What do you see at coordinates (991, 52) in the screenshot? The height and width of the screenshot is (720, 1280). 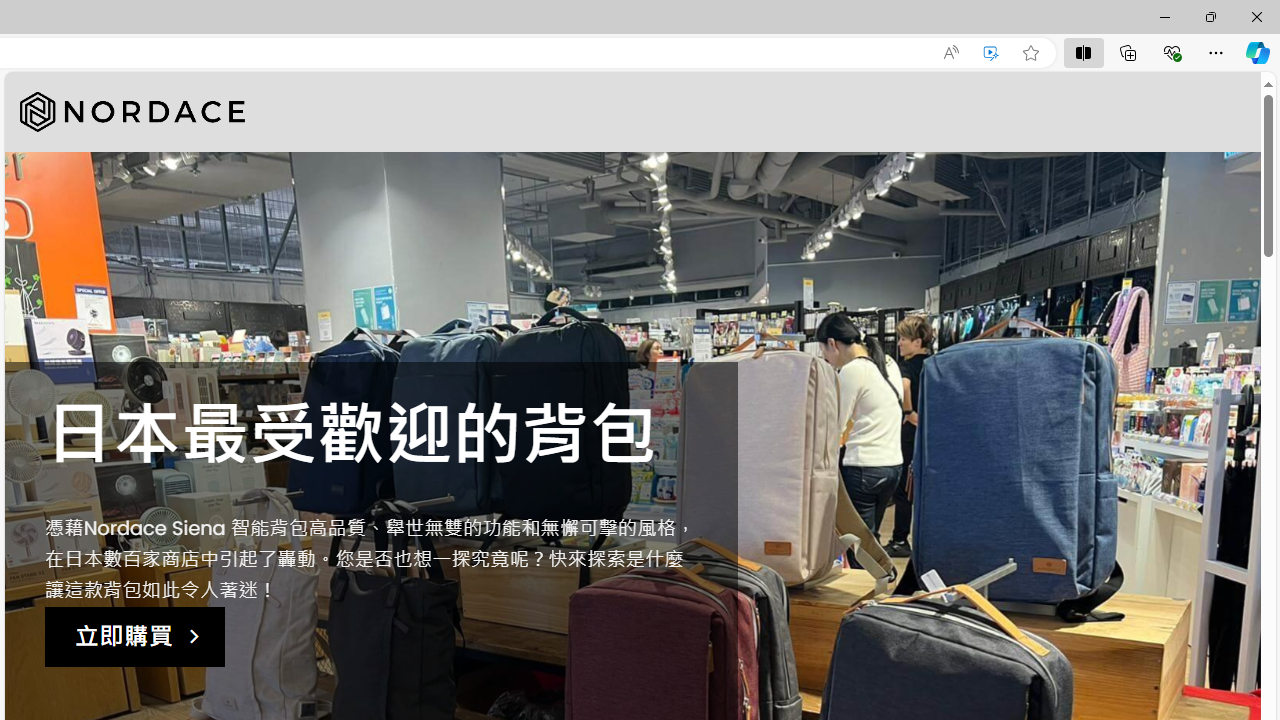 I see `'Enhance video'` at bounding box center [991, 52].